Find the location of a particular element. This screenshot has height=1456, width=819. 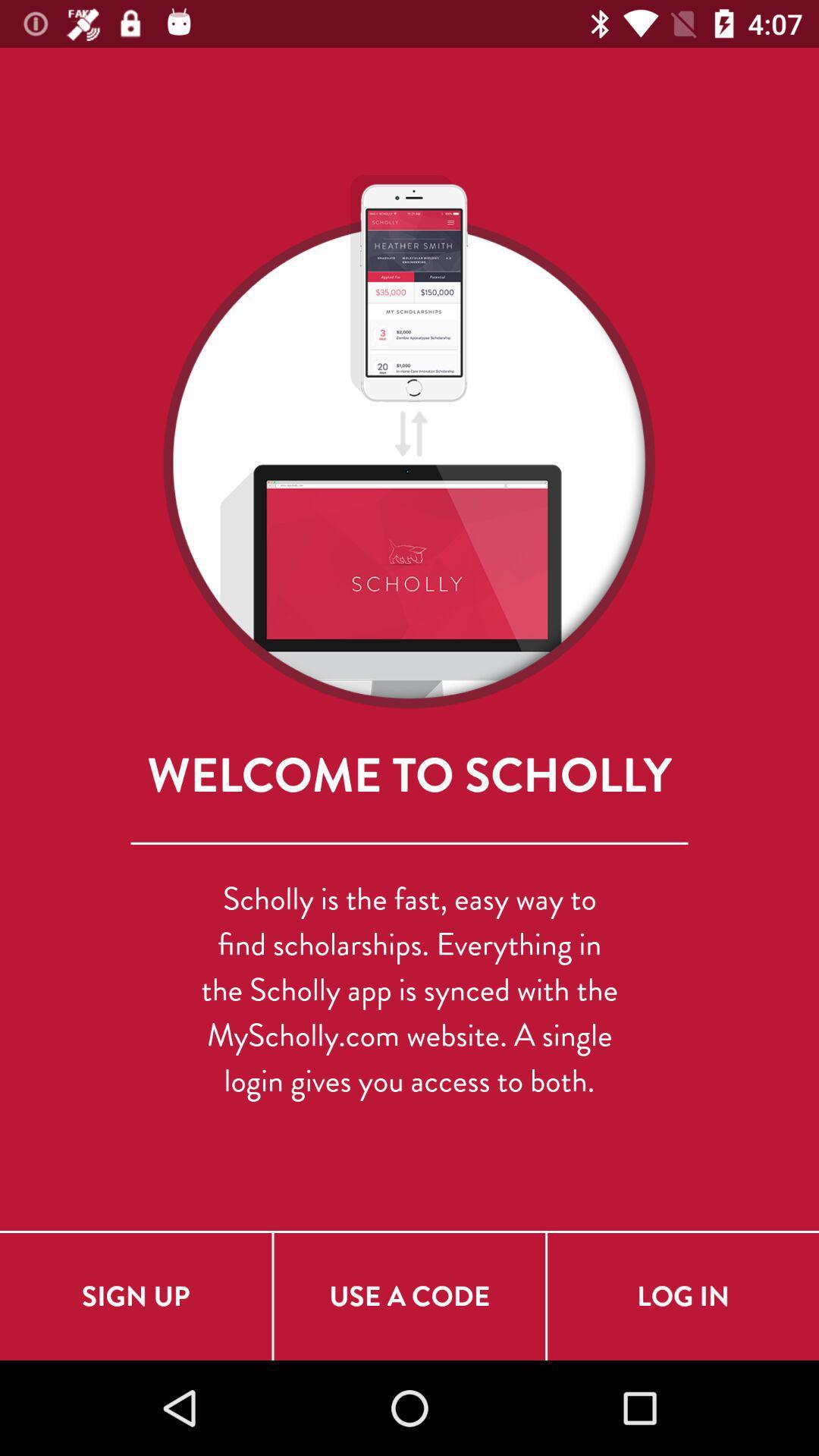

sign up is located at coordinates (135, 1295).